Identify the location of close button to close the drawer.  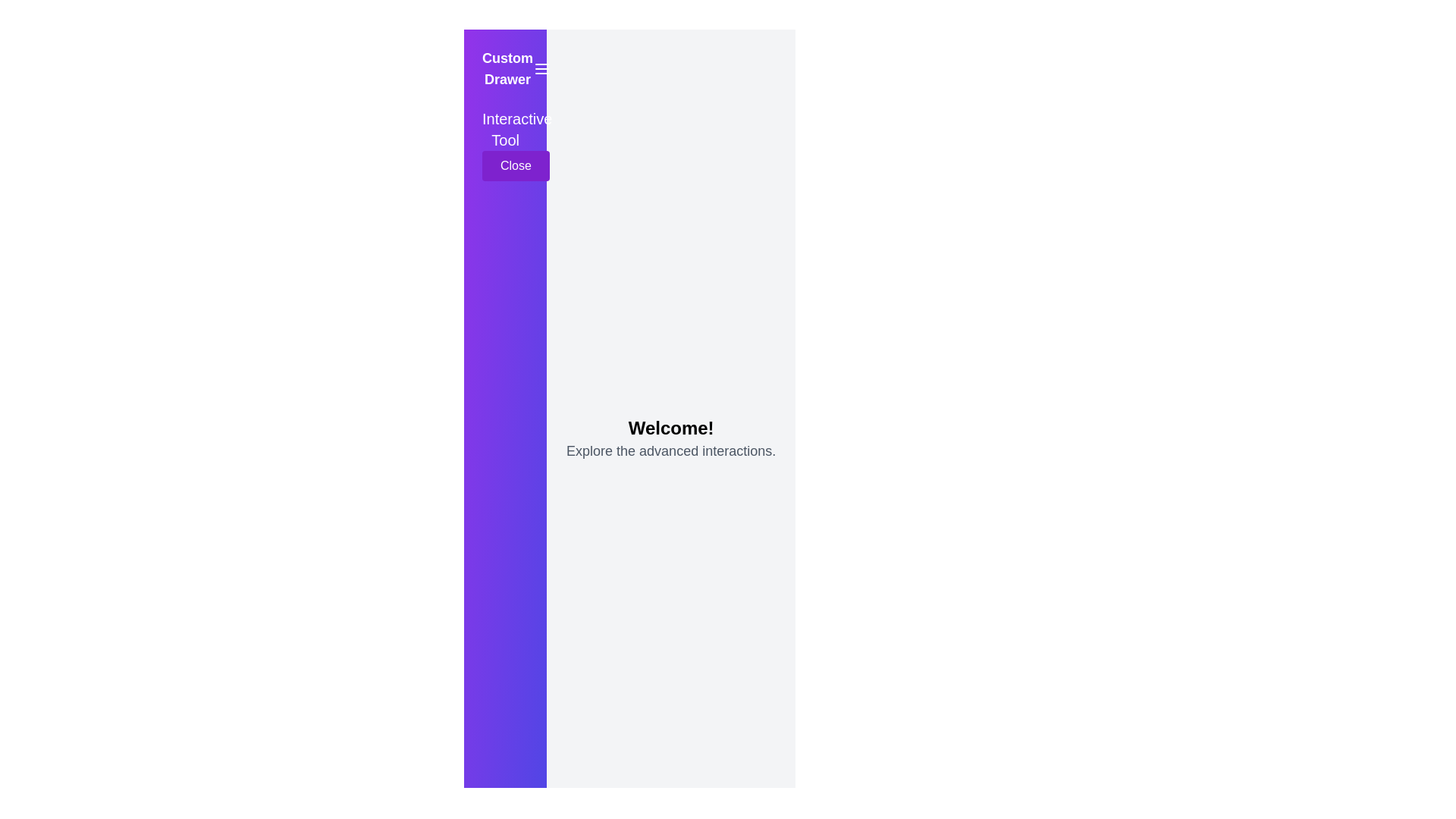
(516, 166).